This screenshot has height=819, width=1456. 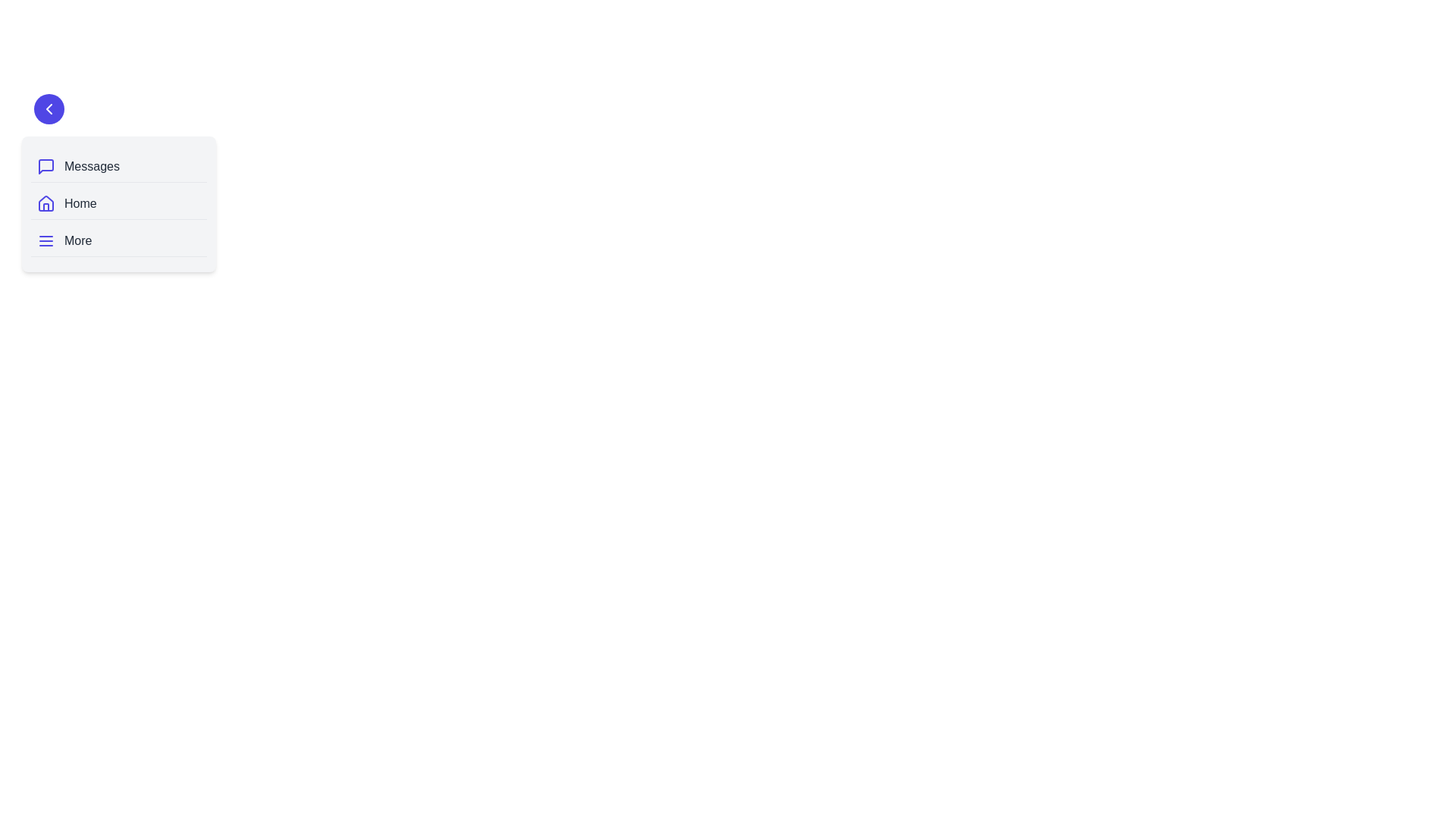 What do you see at coordinates (46, 203) in the screenshot?
I see `the icon labeled 'Home'` at bounding box center [46, 203].